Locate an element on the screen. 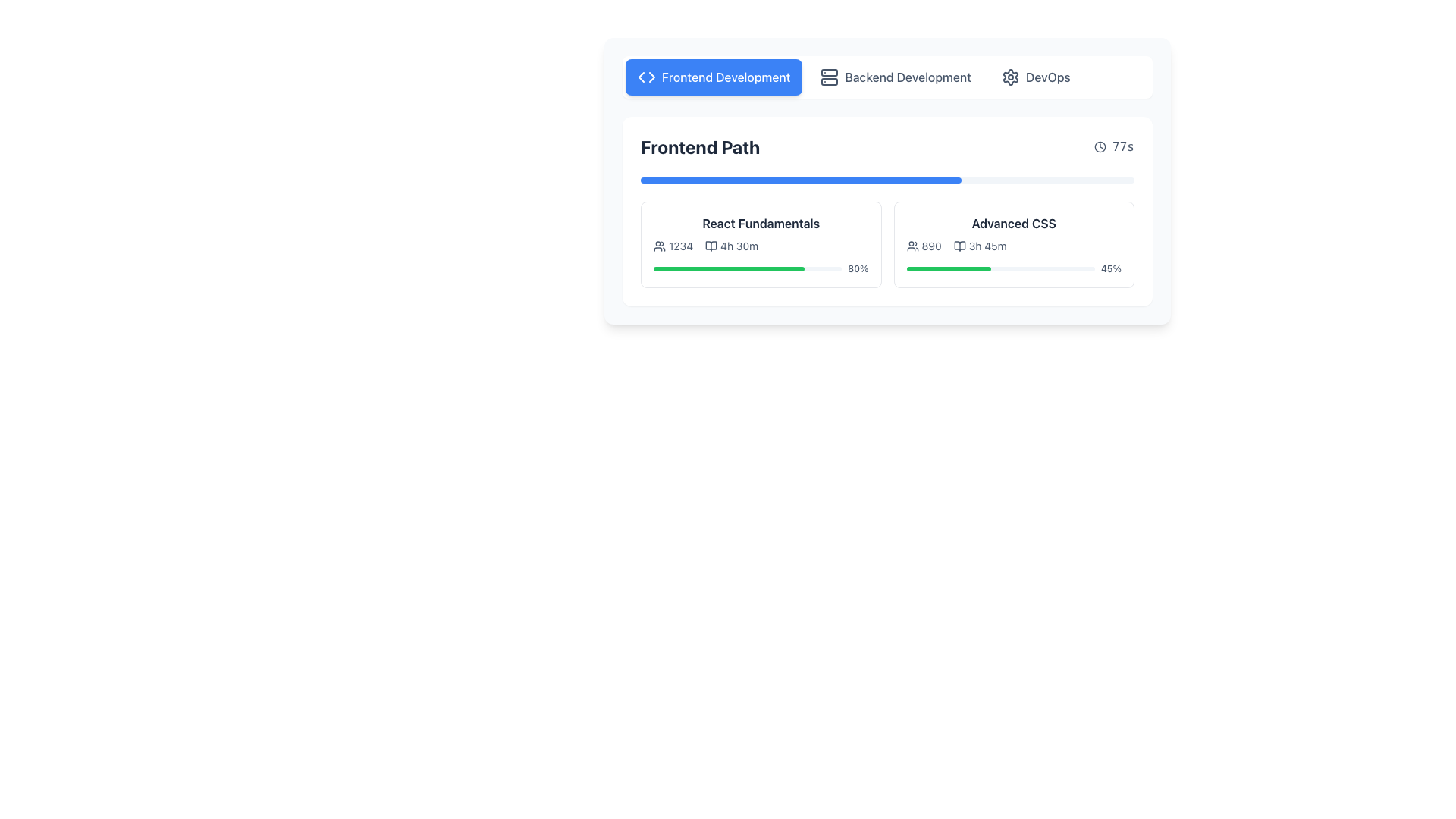 Image resolution: width=1456 pixels, height=819 pixels. the text label displaying '3h 45m', which is located to the right of an open book icon in the 'Advanced CSS' course card is located at coordinates (987, 245).